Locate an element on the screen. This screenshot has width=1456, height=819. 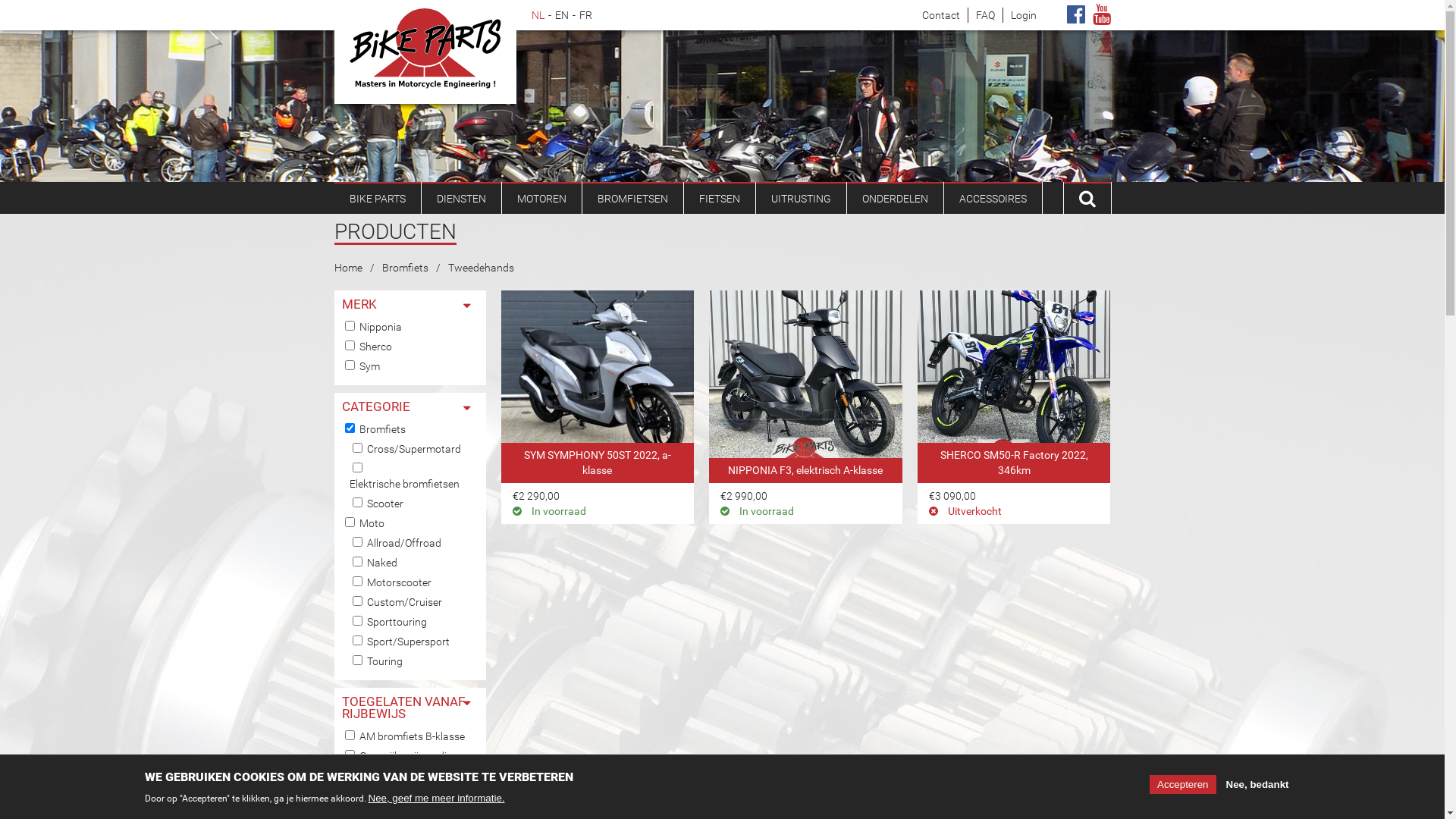
'bromfiets te koop : NIPPONIA F3, elektrisch A-klasse' is located at coordinates (805, 374).